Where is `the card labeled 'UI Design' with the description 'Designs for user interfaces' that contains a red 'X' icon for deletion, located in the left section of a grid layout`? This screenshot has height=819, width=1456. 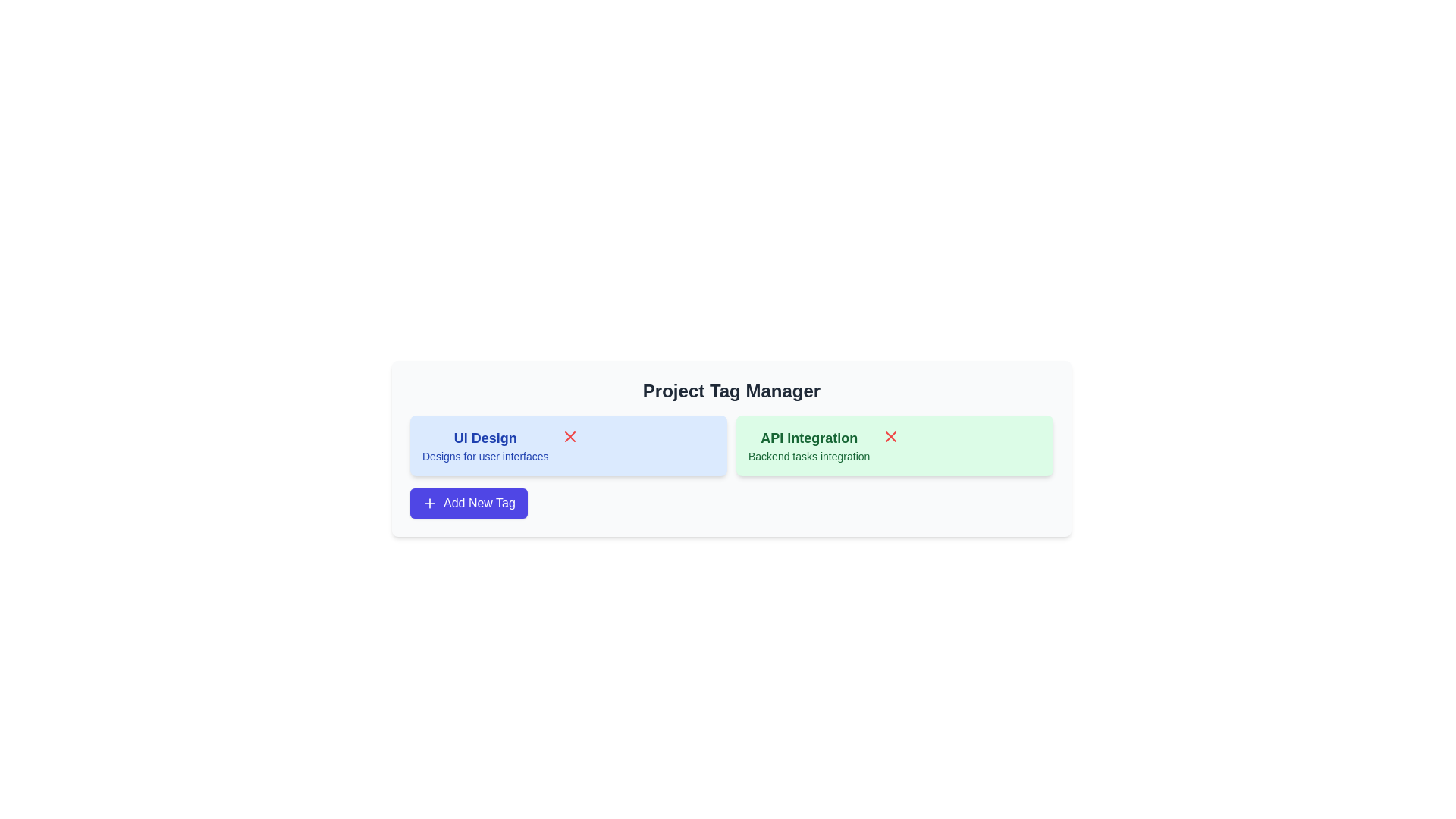
the card labeled 'UI Design' with the description 'Designs for user interfaces' that contains a red 'X' icon for deletion, located in the left section of a grid layout is located at coordinates (567, 444).